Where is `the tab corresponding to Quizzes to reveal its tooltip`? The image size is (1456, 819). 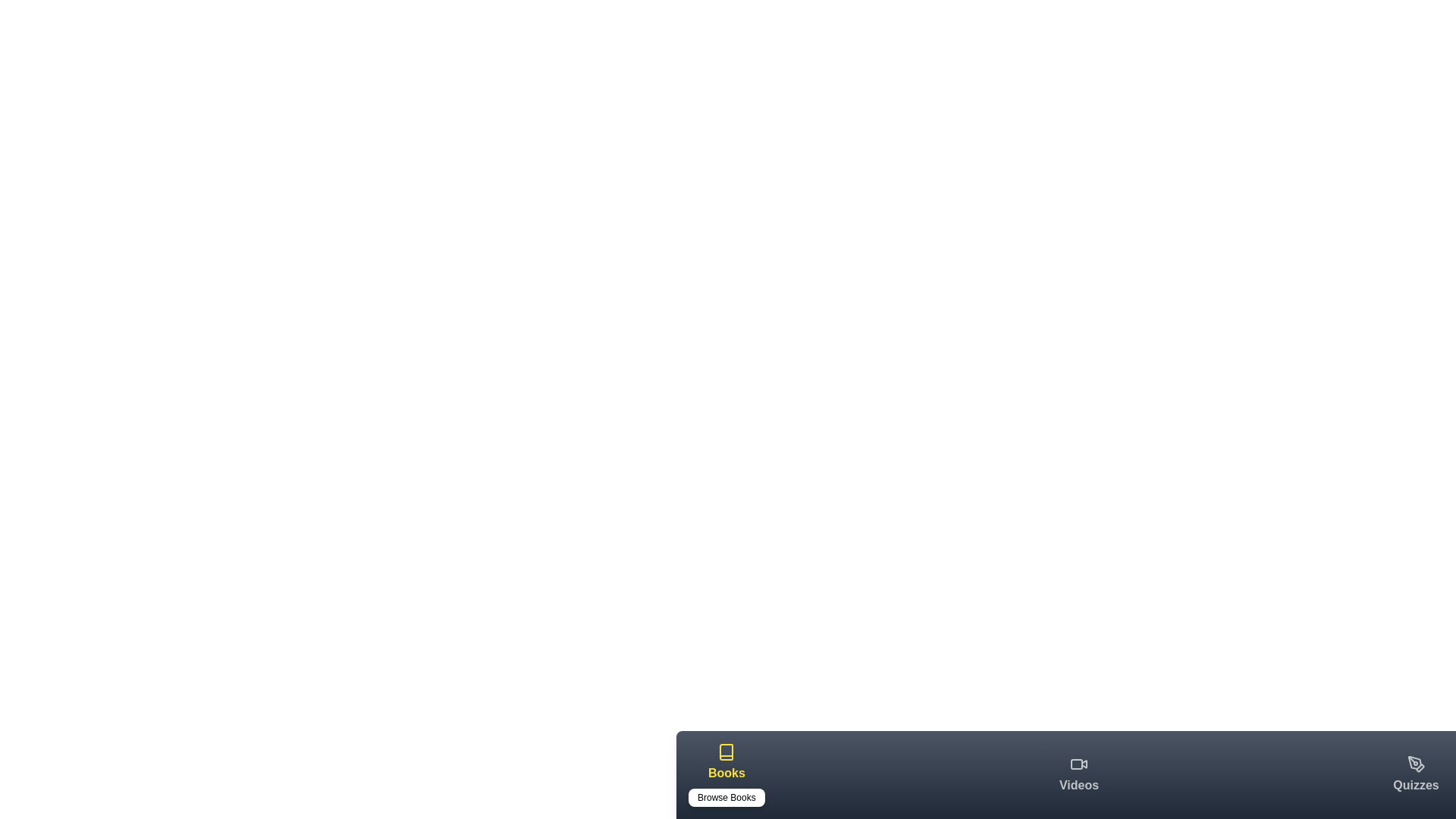 the tab corresponding to Quizzes to reveal its tooltip is located at coordinates (1415, 775).